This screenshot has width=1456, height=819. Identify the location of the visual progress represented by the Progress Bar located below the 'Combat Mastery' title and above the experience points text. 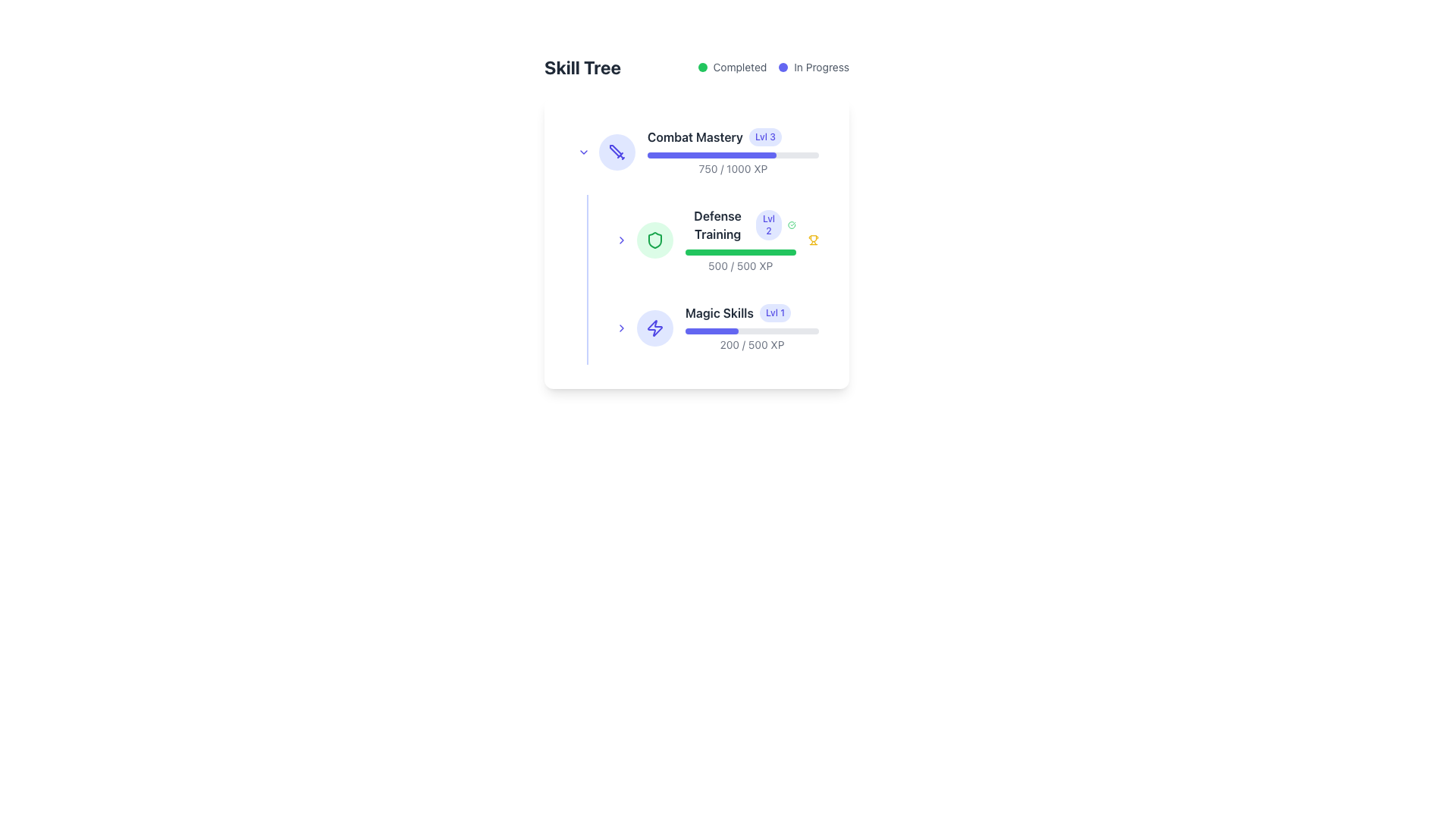
(733, 155).